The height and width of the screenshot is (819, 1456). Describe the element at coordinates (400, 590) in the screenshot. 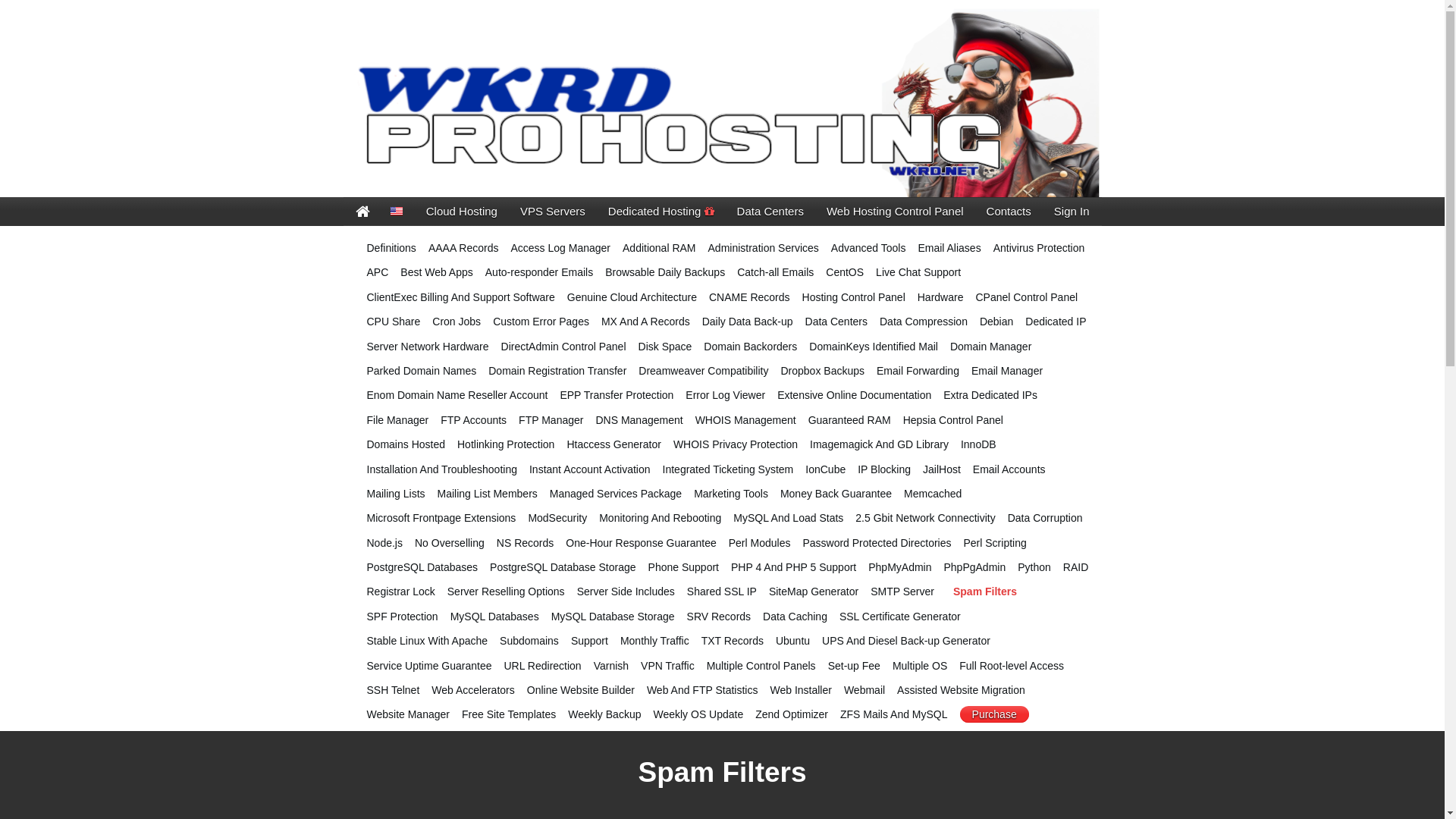

I see `'Registrar Lock'` at that location.